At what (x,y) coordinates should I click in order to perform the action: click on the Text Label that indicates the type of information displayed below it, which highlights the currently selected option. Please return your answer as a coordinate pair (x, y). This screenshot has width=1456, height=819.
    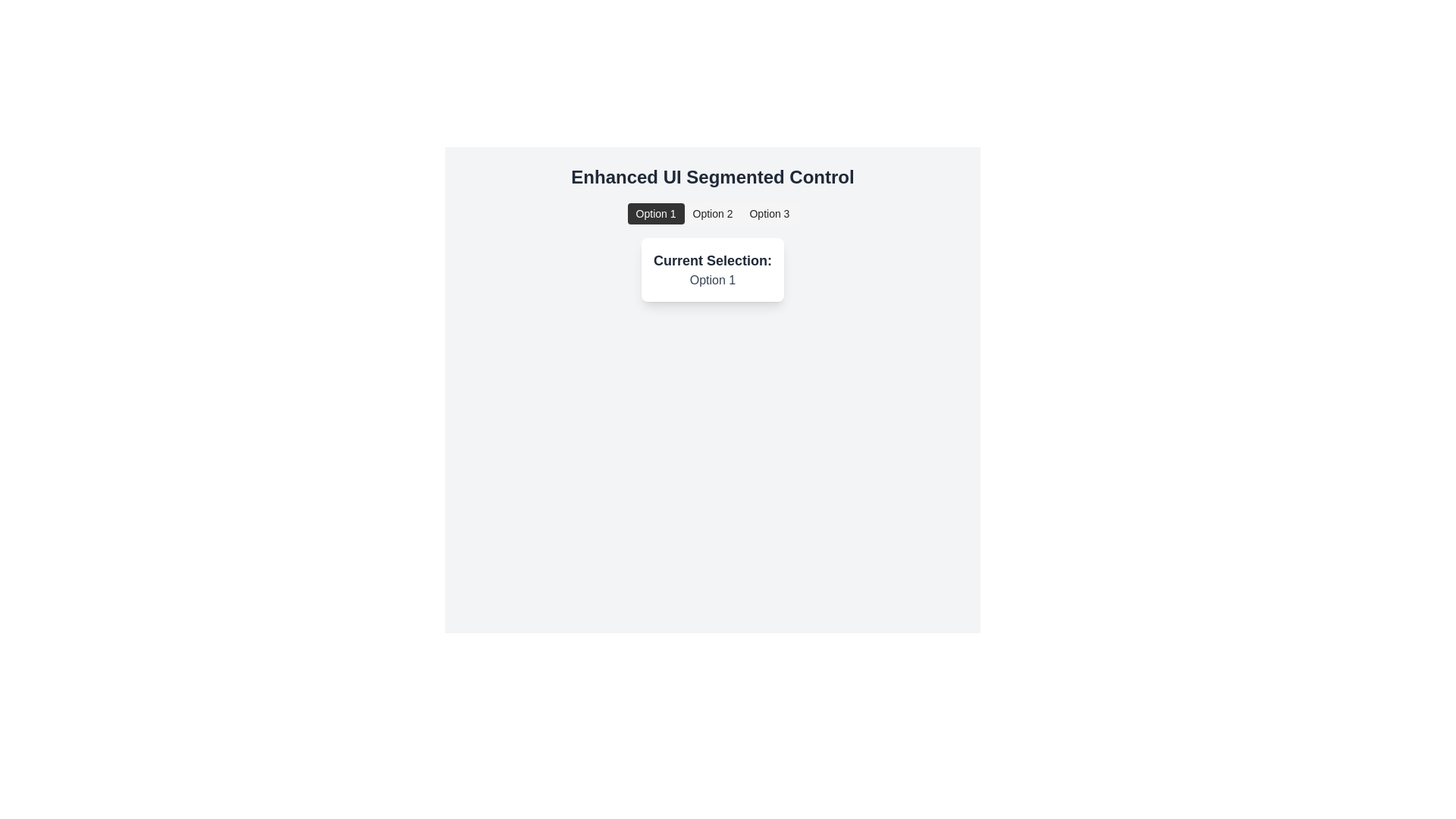
    Looking at the image, I should click on (712, 259).